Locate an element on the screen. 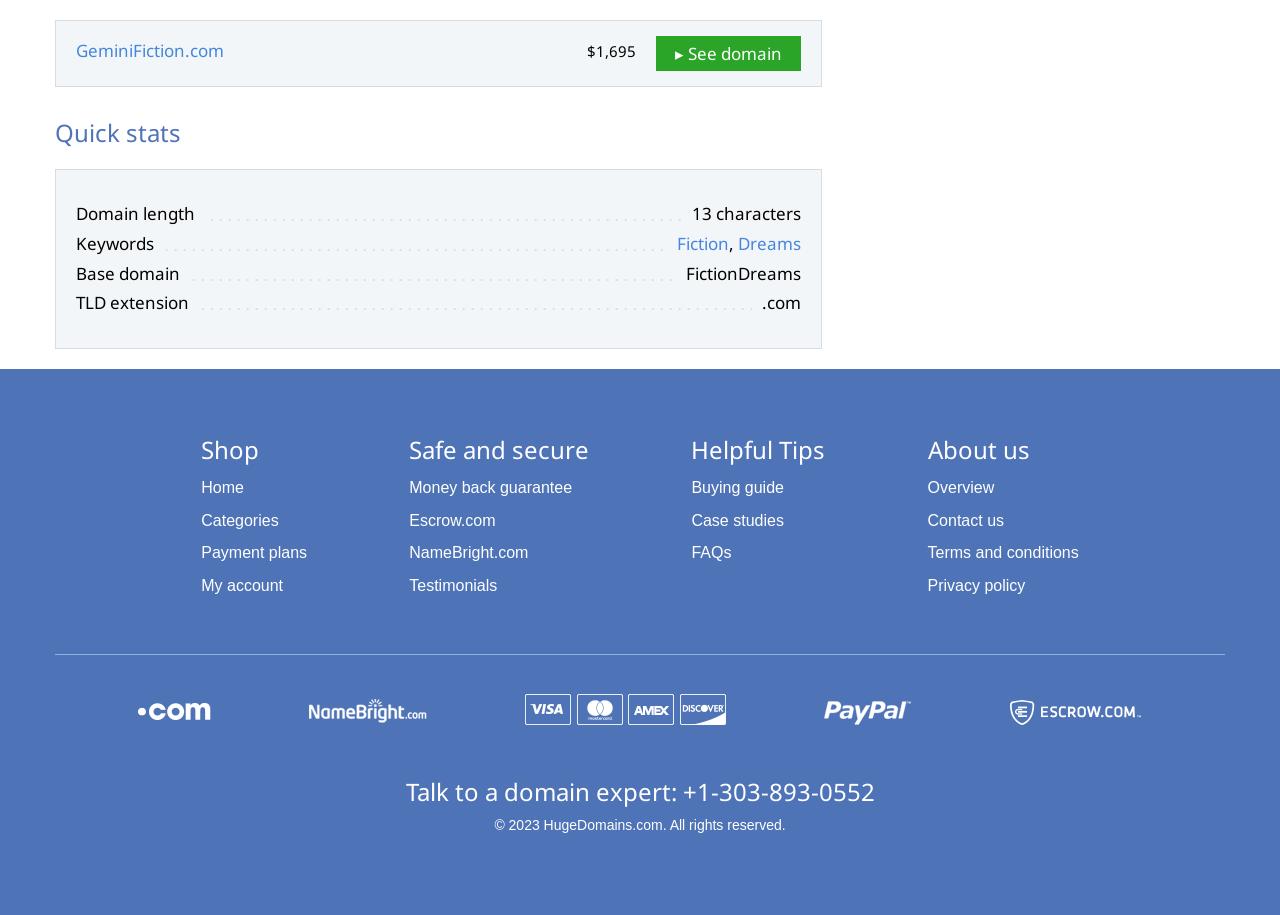 The height and width of the screenshot is (915, 1280). 'Payment plans' is located at coordinates (252, 552).